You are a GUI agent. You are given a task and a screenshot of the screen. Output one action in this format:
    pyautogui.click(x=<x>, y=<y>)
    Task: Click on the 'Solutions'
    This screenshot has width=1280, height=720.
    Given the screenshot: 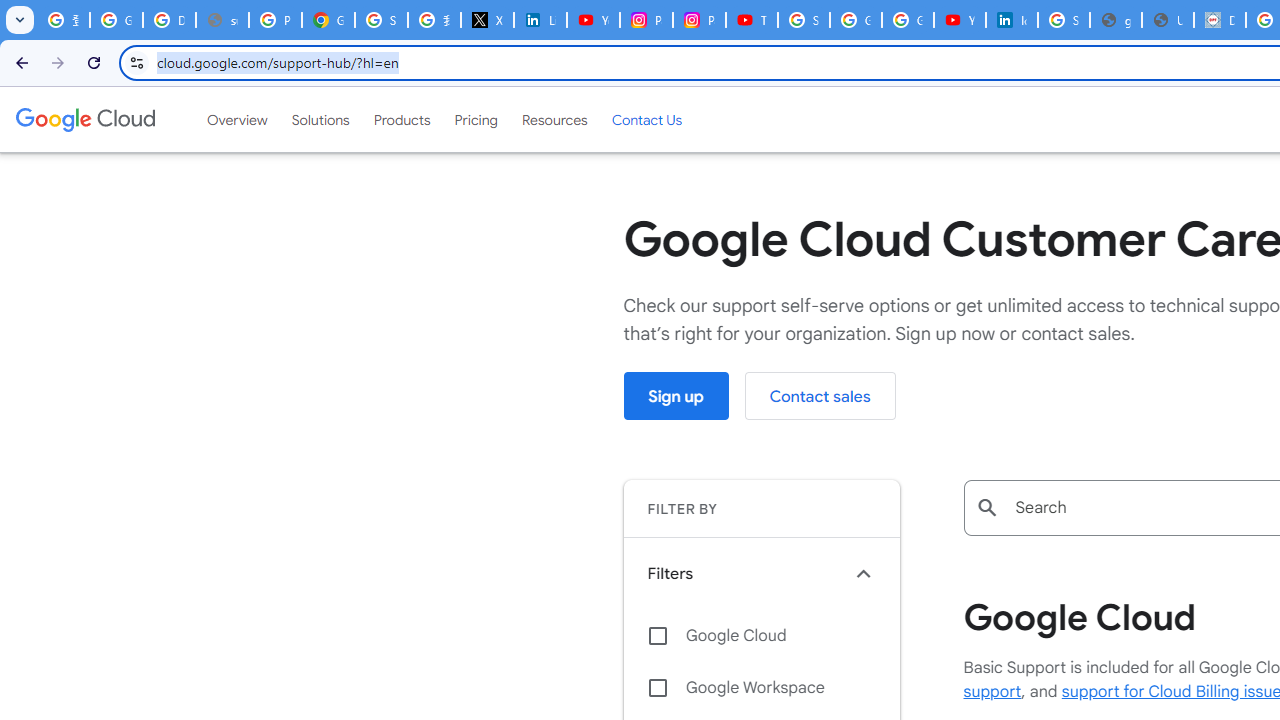 What is the action you would take?
    pyautogui.click(x=320, y=119)
    